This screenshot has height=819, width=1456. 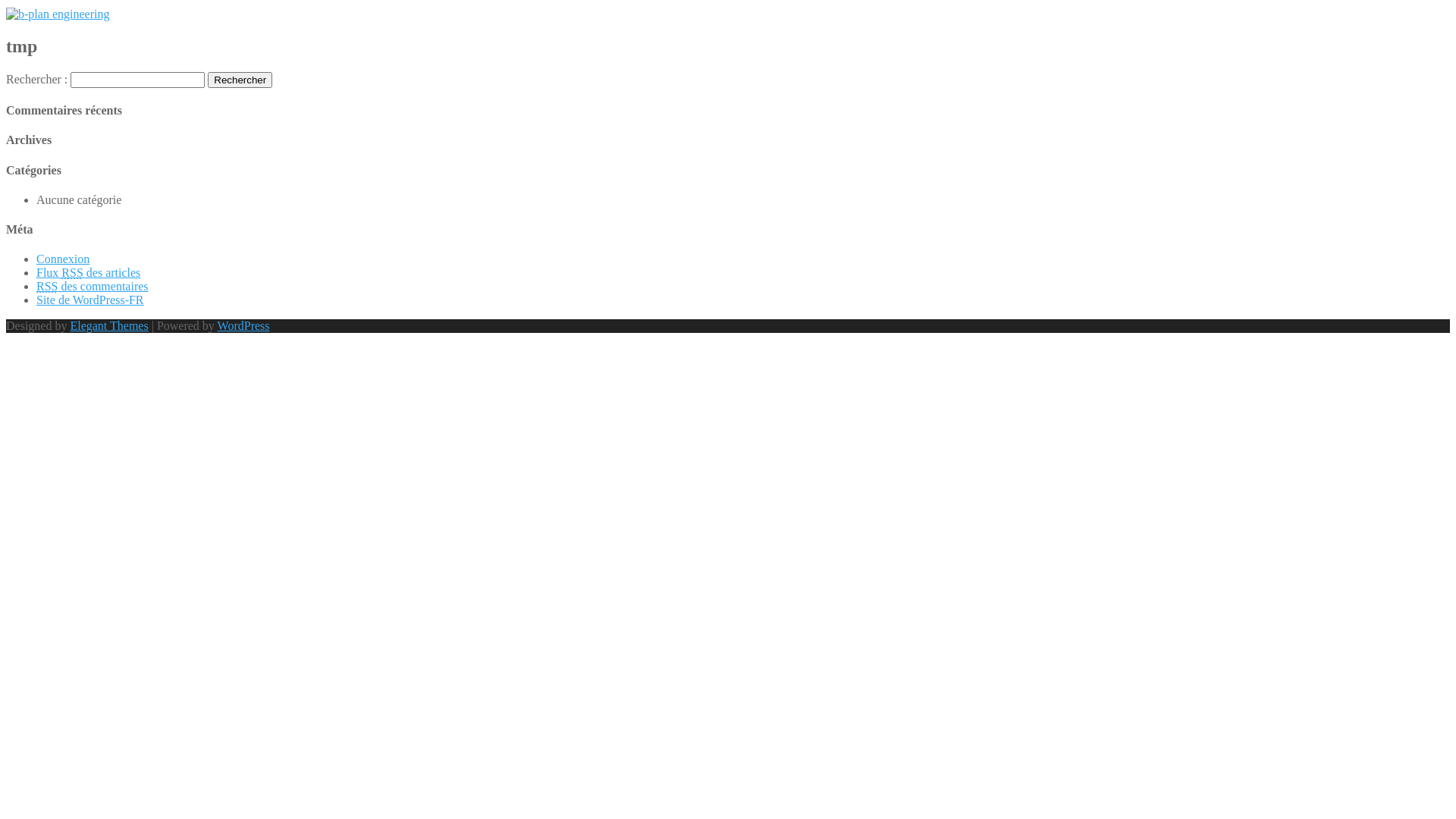 I want to click on 'WordPress', so click(x=243, y=325).